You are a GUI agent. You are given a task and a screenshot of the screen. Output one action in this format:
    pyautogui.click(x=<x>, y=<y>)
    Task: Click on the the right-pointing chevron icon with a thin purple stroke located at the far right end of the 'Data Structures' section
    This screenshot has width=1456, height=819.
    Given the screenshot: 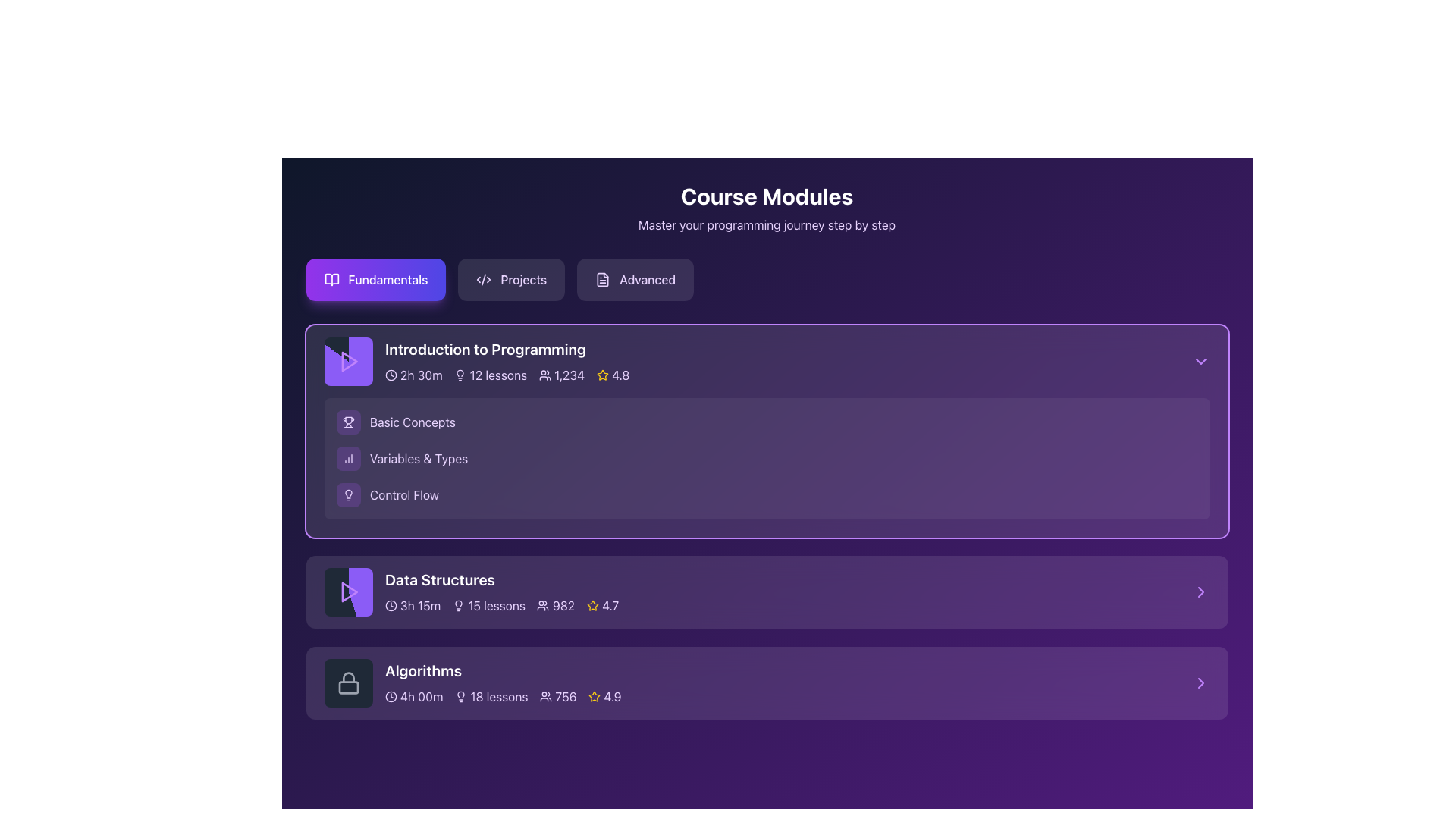 What is the action you would take?
    pyautogui.click(x=1200, y=591)
    